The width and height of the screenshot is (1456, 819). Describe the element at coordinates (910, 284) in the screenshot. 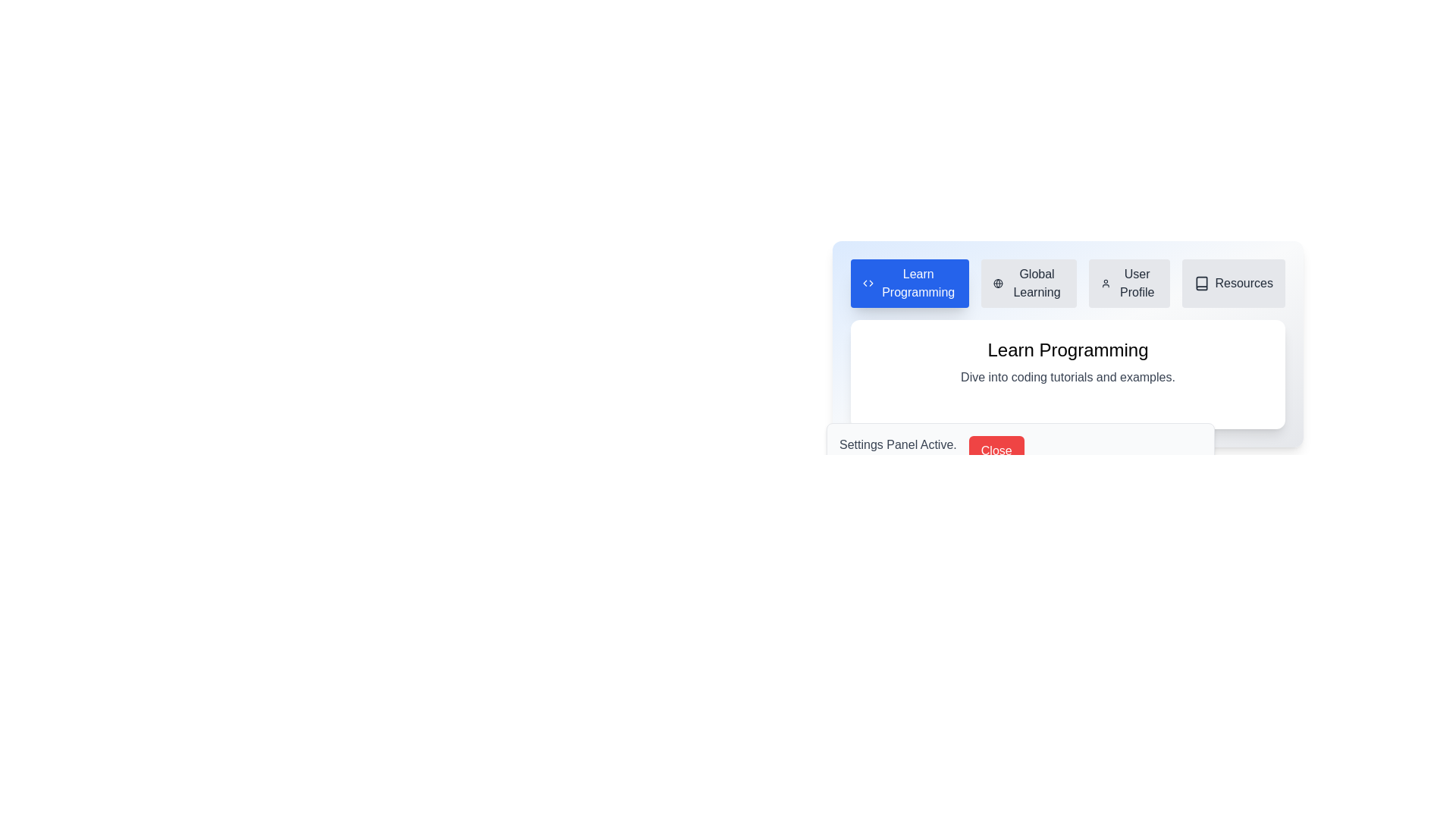

I see `the tab labeled Learn Programming` at that location.